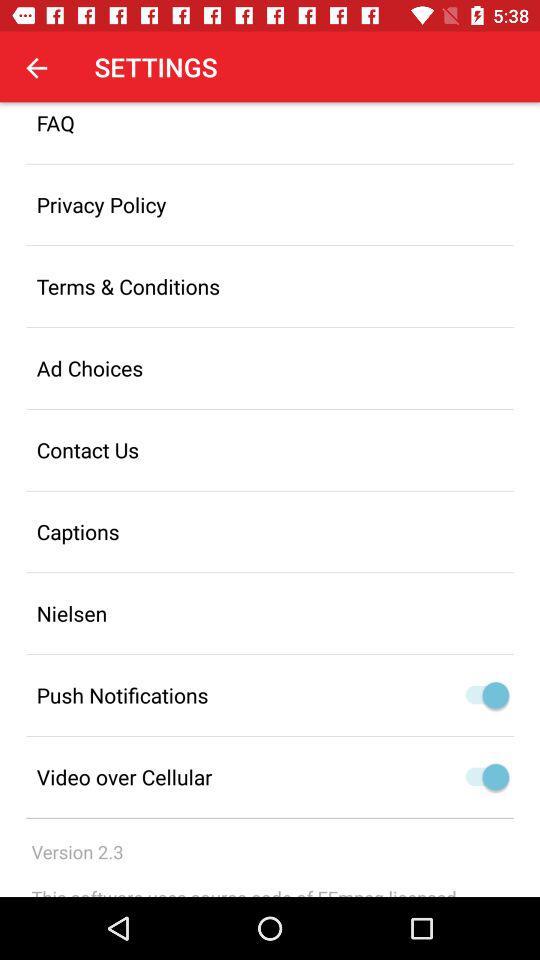  What do you see at coordinates (481, 776) in the screenshot?
I see `the on option` at bounding box center [481, 776].